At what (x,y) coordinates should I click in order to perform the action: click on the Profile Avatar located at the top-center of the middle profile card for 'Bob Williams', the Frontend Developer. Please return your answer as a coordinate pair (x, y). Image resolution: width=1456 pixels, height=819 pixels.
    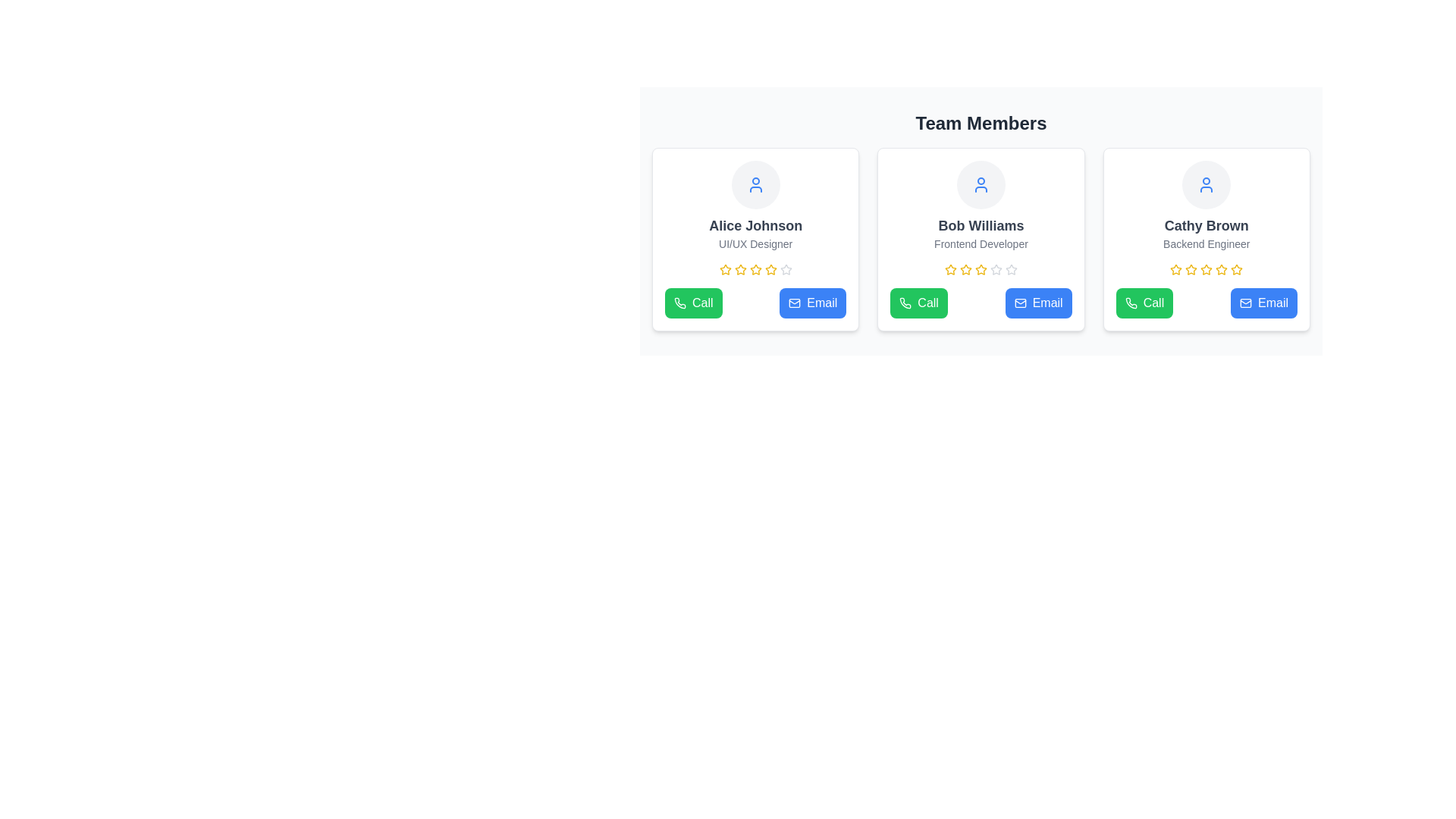
    Looking at the image, I should click on (981, 184).